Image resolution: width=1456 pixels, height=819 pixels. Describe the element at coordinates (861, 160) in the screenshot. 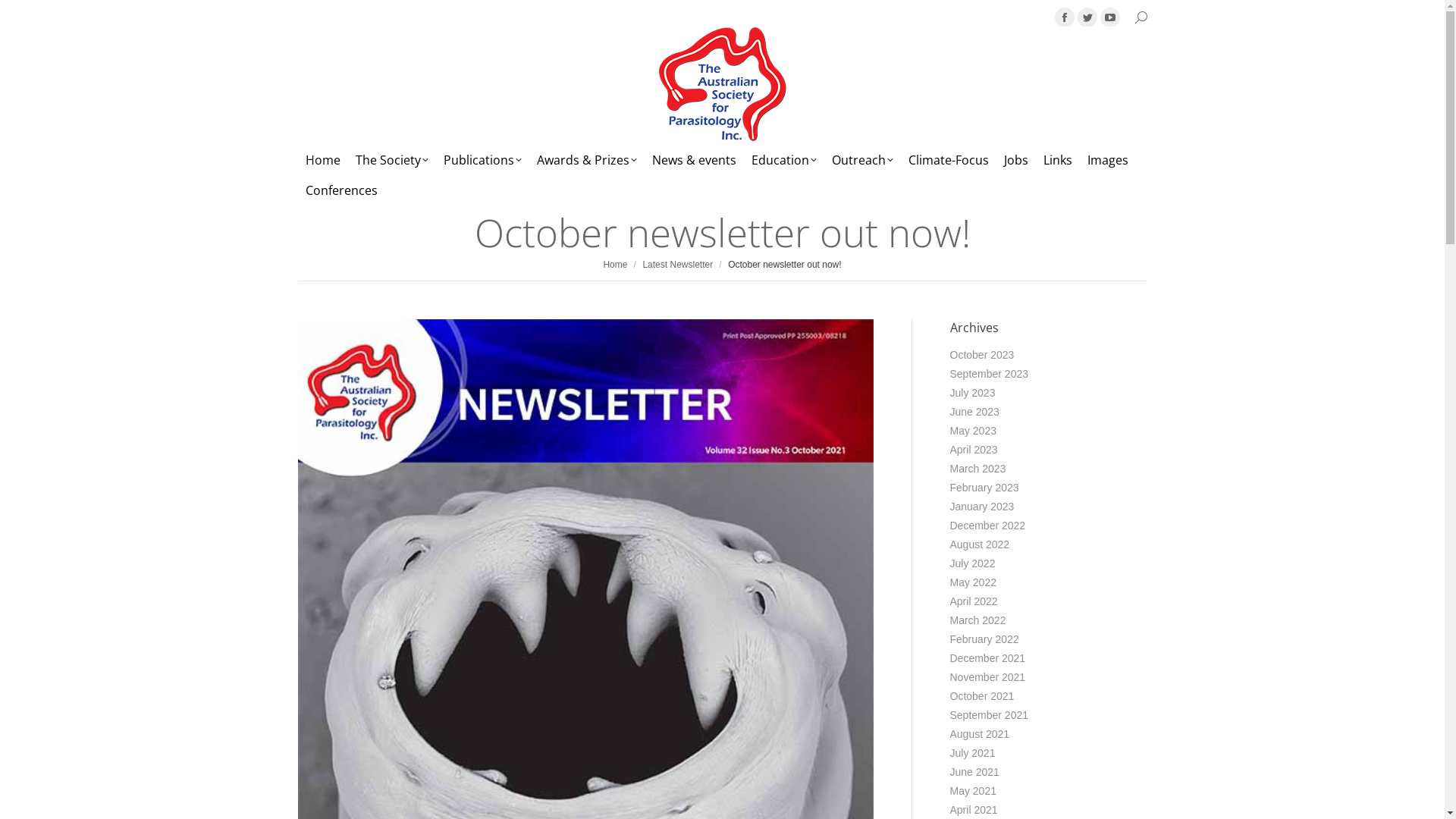

I see `'Outreach'` at that location.